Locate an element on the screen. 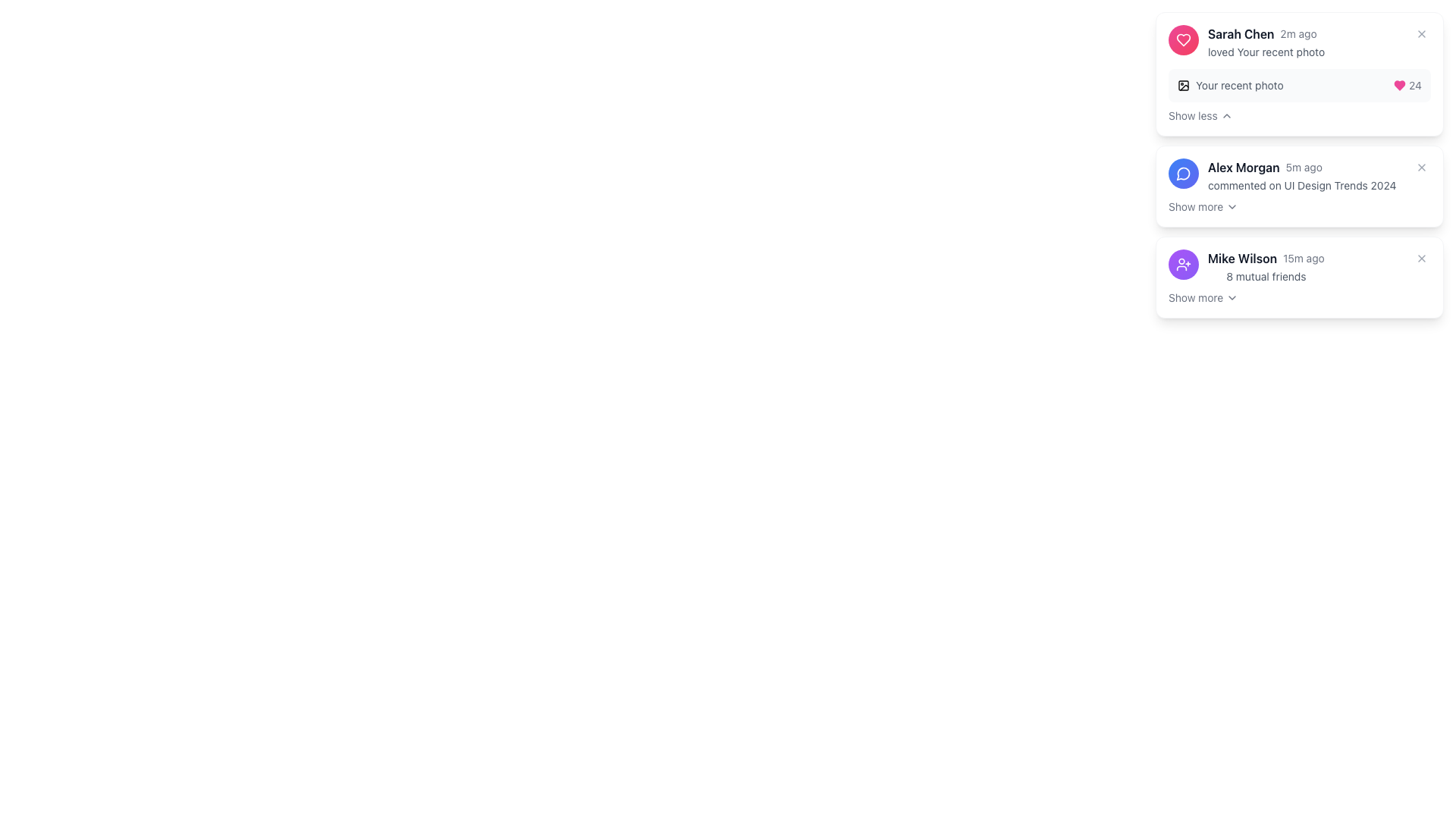 Image resolution: width=1456 pixels, height=819 pixels. the circular icon with a pink gradient background featuring a white heart outline, located to the left of the text 'Sarah Chen 2m ago' in the notification panel is located at coordinates (1182, 39).